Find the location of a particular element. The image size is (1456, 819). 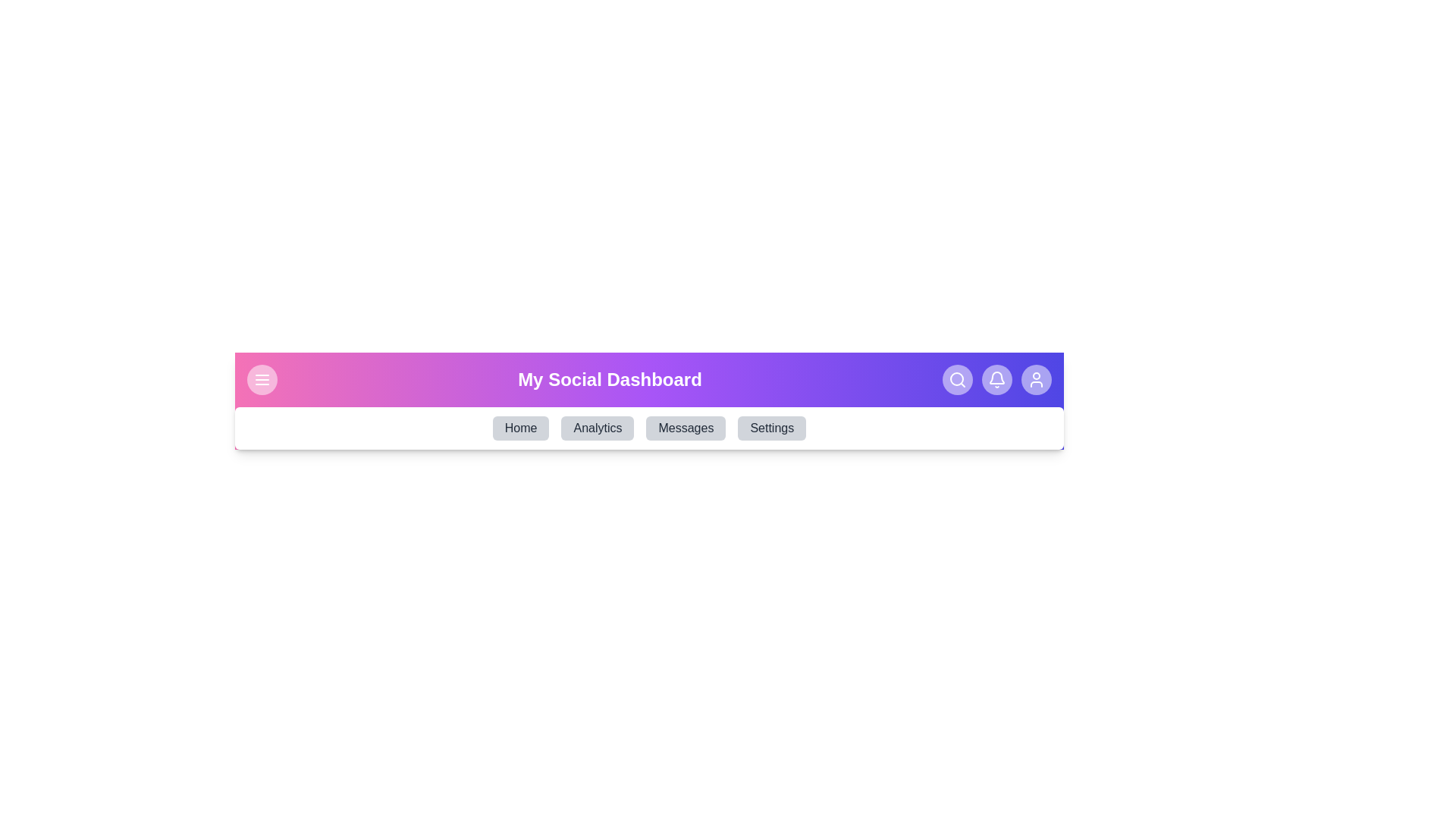

the navigation item Home from the navigation bar is located at coordinates (520, 428).